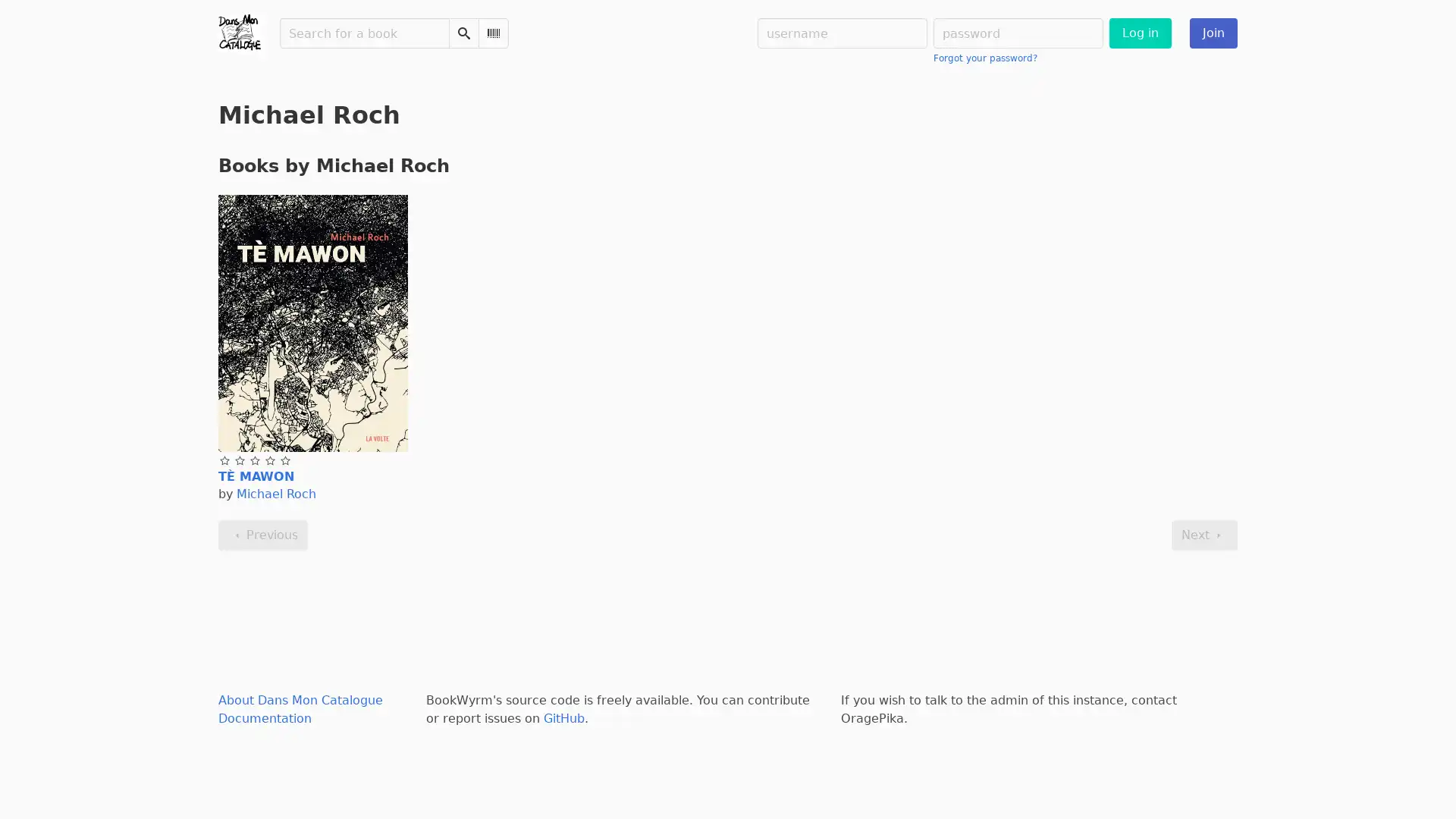 This screenshot has width=1456, height=819. I want to click on Log in, so click(1140, 33).